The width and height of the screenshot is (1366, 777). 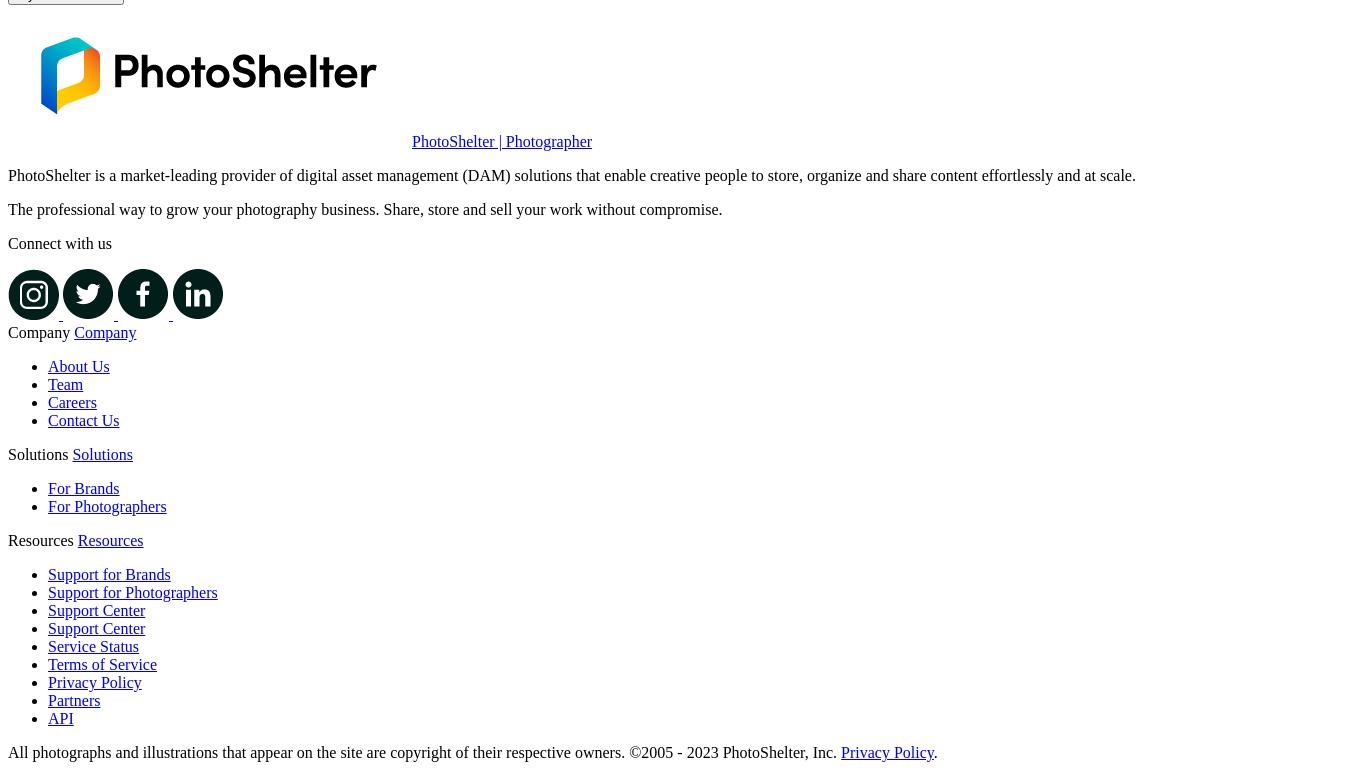 What do you see at coordinates (8, 208) in the screenshot?
I see `'The professional way to grow your photography business. Share, store and sell your work without compromise.'` at bounding box center [8, 208].